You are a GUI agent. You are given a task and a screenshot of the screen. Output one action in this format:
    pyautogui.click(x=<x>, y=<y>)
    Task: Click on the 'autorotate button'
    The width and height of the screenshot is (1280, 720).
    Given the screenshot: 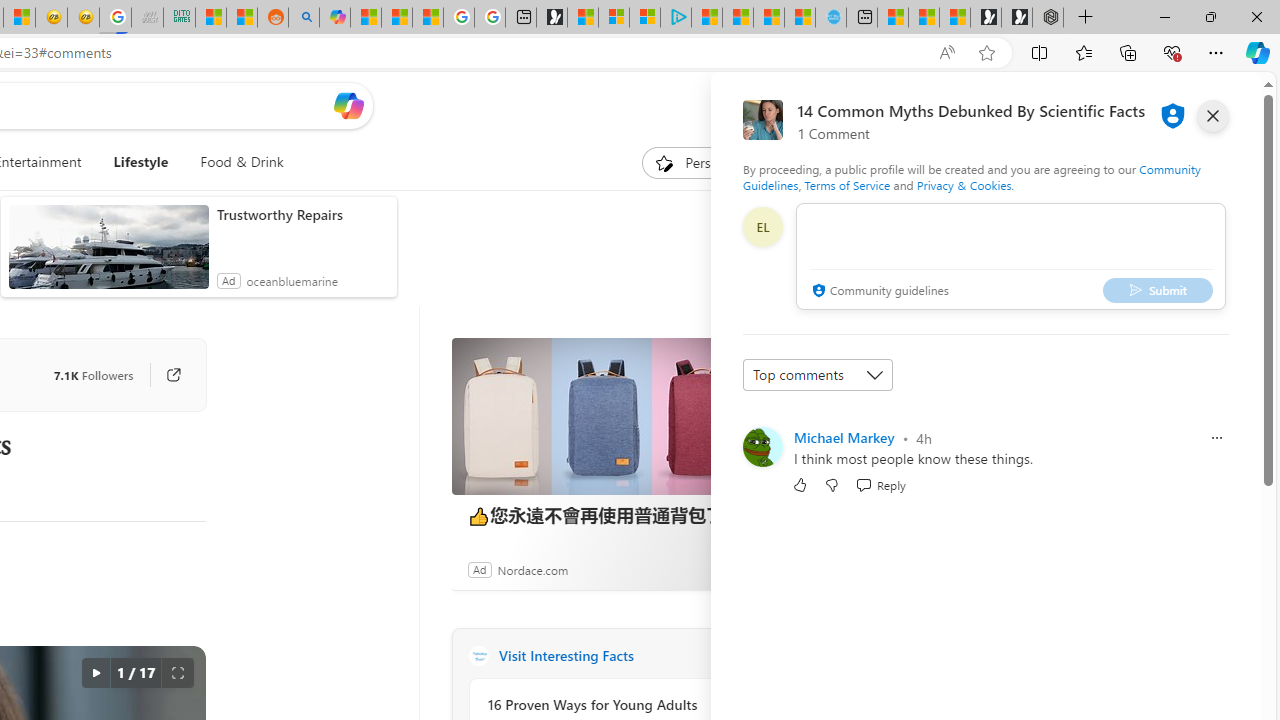 What is the action you would take?
    pyautogui.click(x=94, y=673)
    